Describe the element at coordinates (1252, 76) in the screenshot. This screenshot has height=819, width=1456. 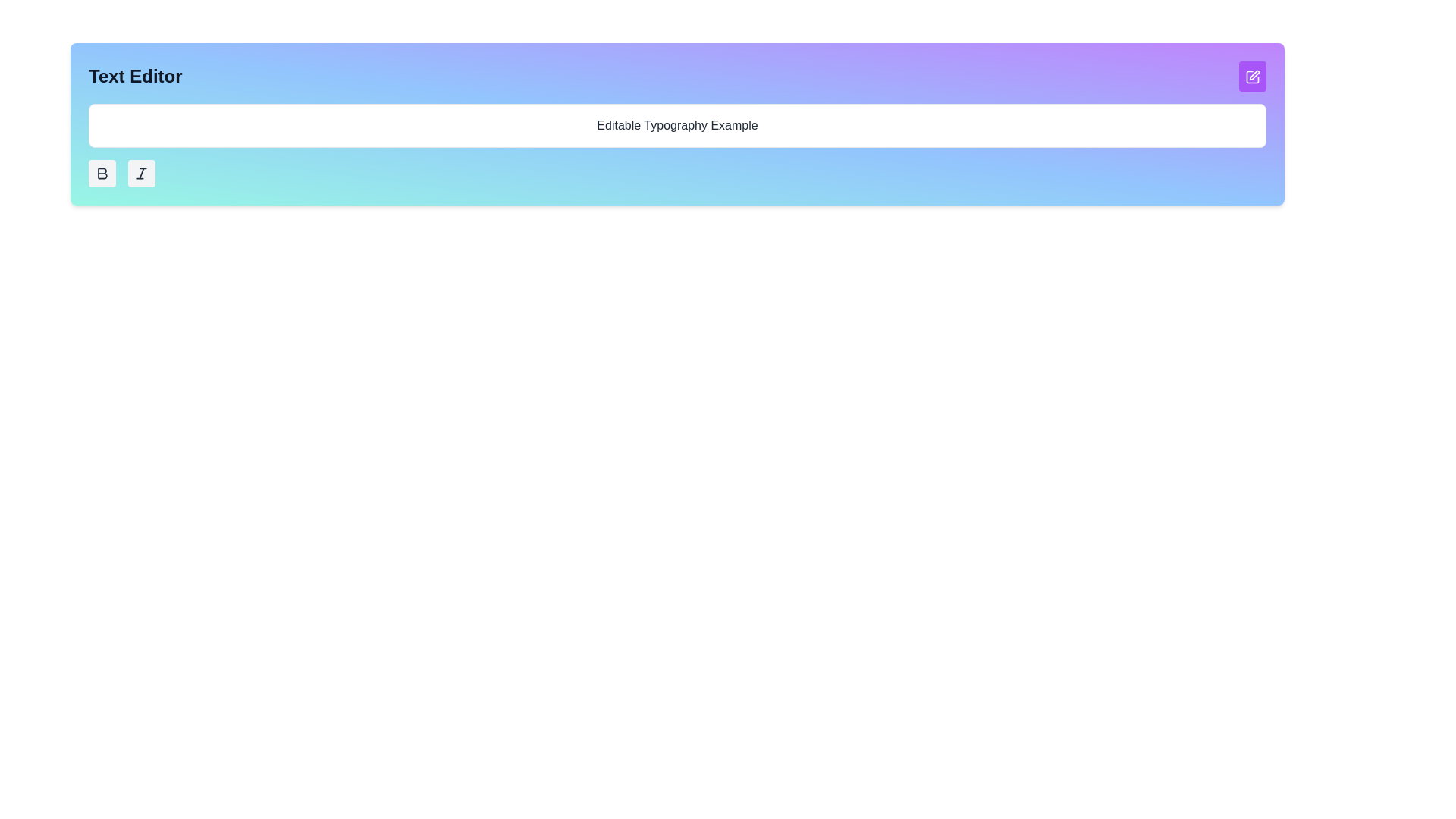
I see `the edit icon button located in the top-right corner of the purple rectangular area to initiate editing mode` at that location.